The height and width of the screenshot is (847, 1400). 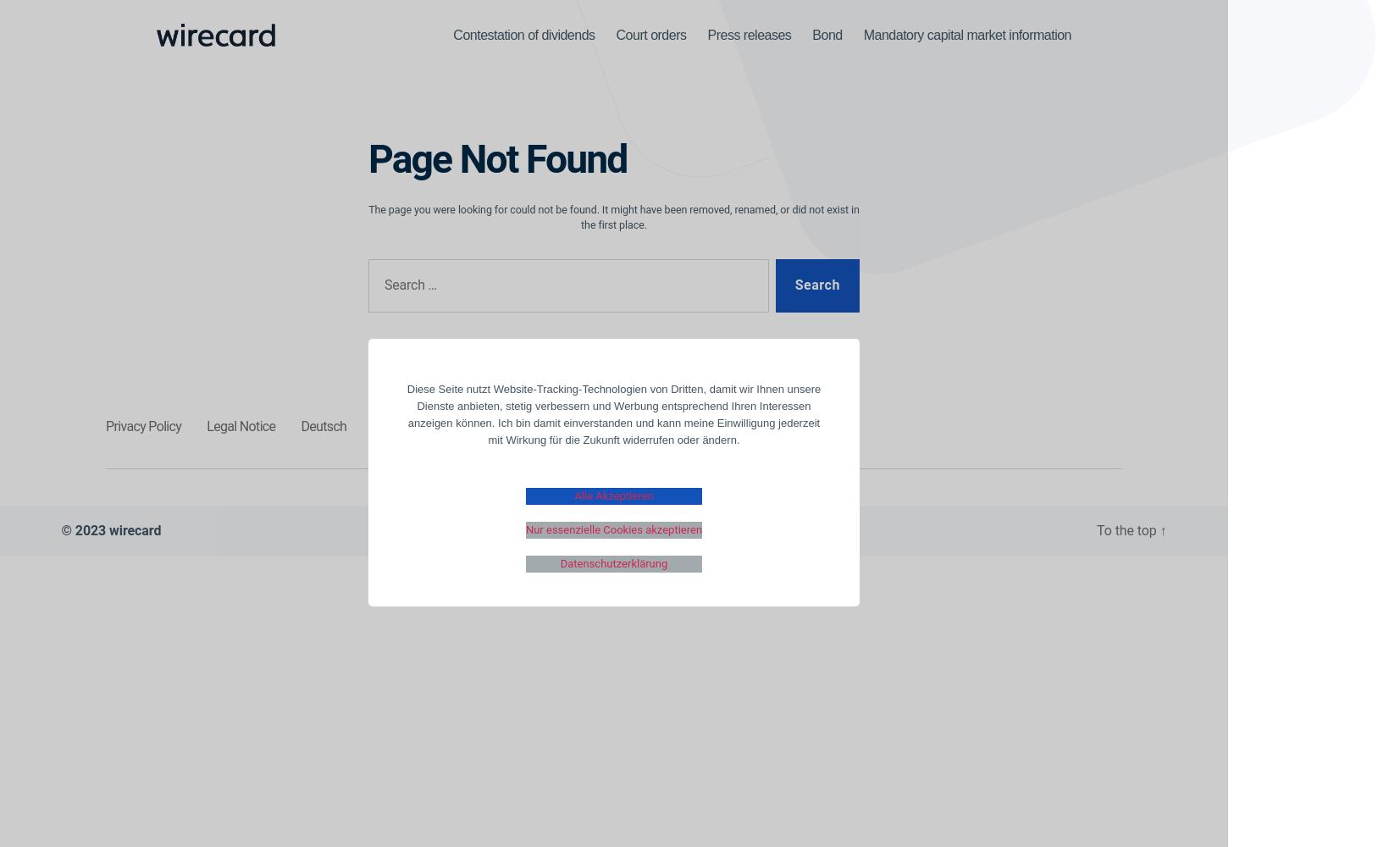 What do you see at coordinates (84, 529) in the screenshot?
I see `'©
							2023'` at bounding box center [84, 529].